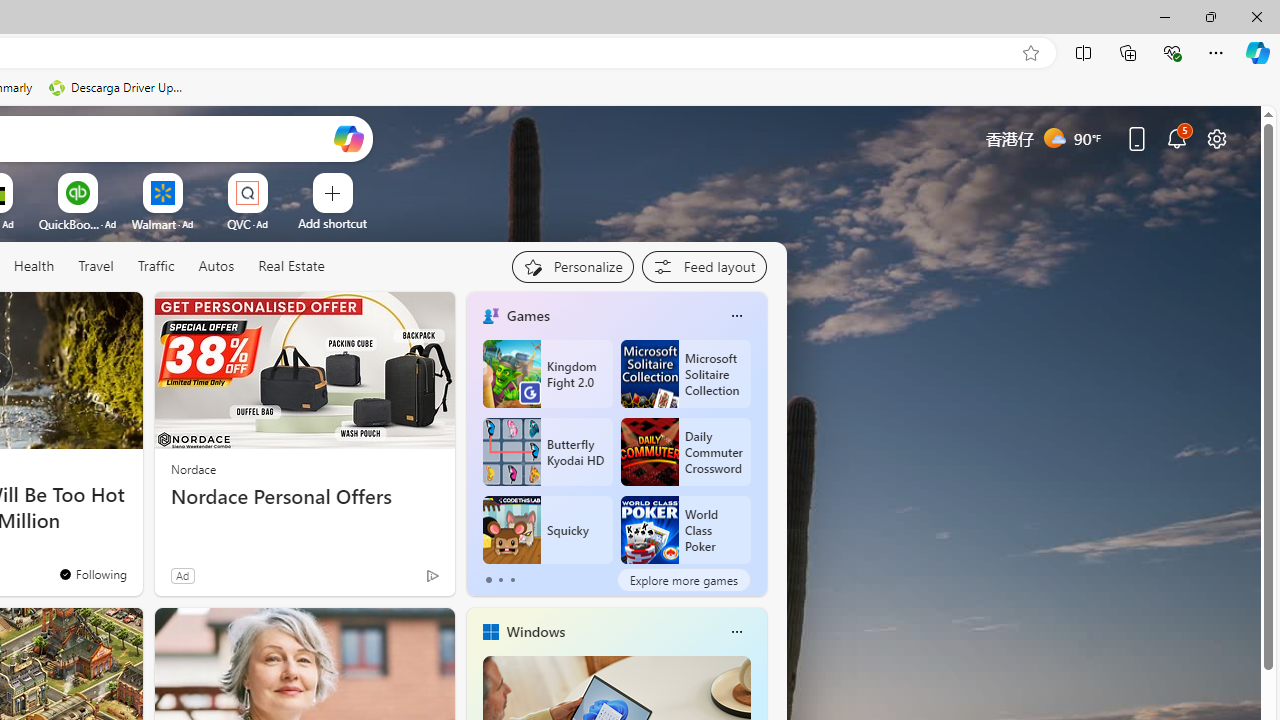 The image size is (1280, 720). Describe the element at coordinates (500, 579) in the screenshot. I see `'tab-1'` at that location.